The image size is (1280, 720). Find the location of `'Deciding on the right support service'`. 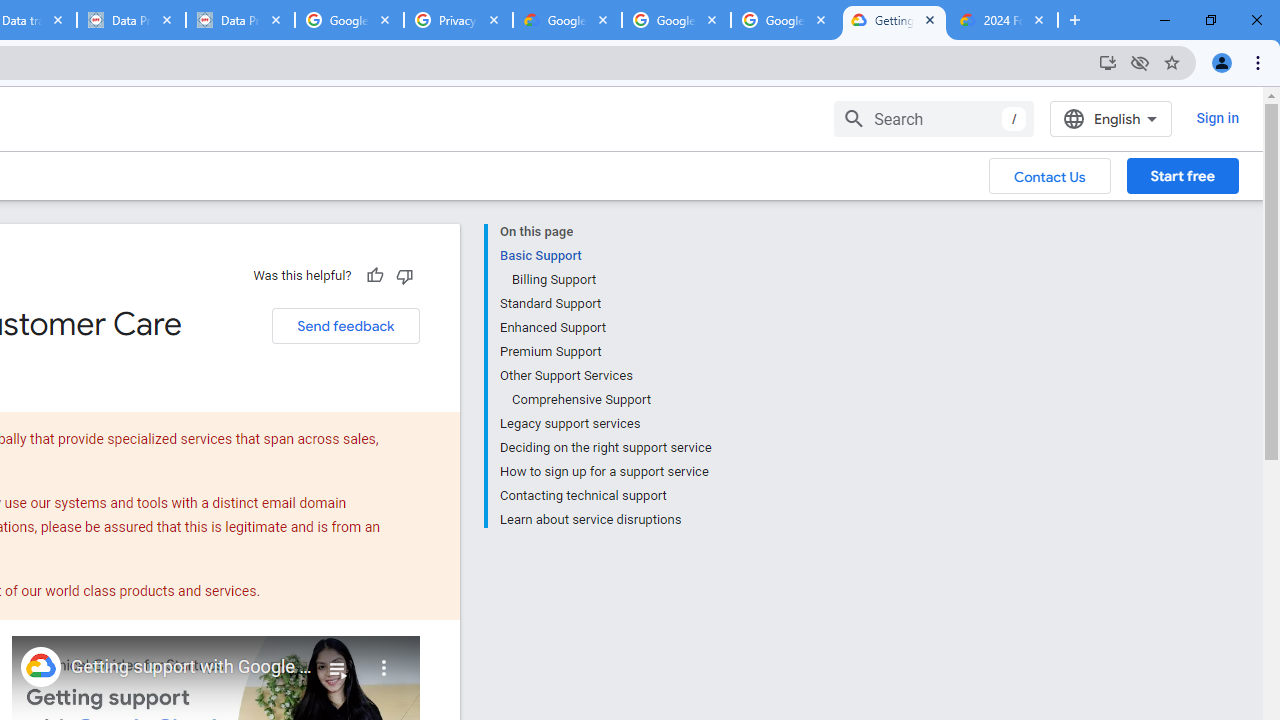

'Deciding on the right support service' is located at coordinates (604, 447).